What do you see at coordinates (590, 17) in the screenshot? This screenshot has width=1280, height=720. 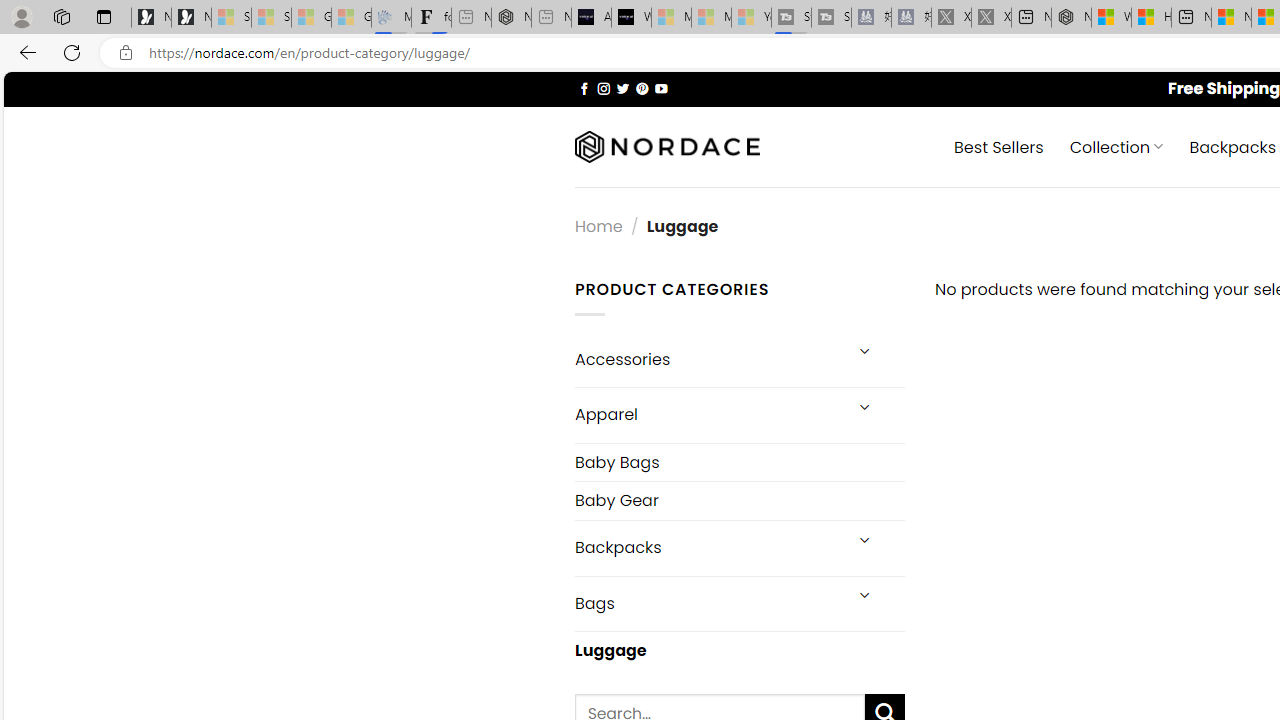 I see `'AI Voice Changer for PC and Mac - Voice.ai'` at bounding box center [590, 17].